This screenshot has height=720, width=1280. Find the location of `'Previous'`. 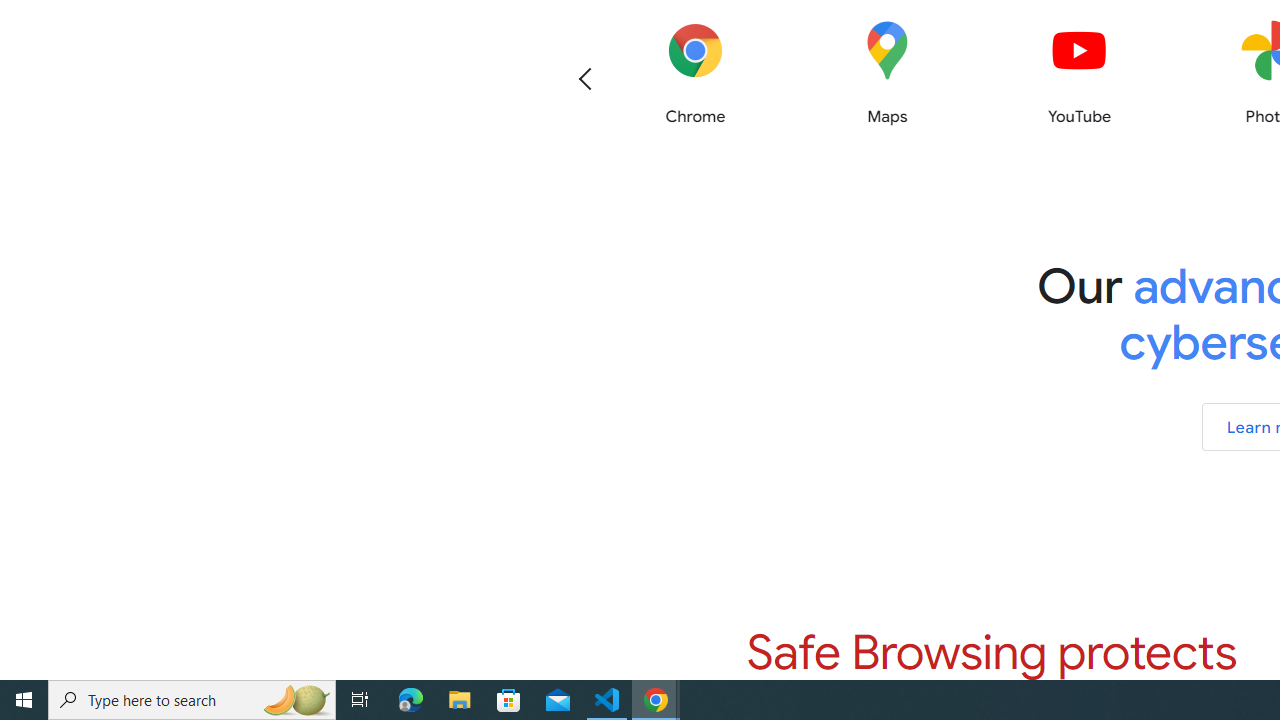

'Previous' is located at coordinates (584, 77).